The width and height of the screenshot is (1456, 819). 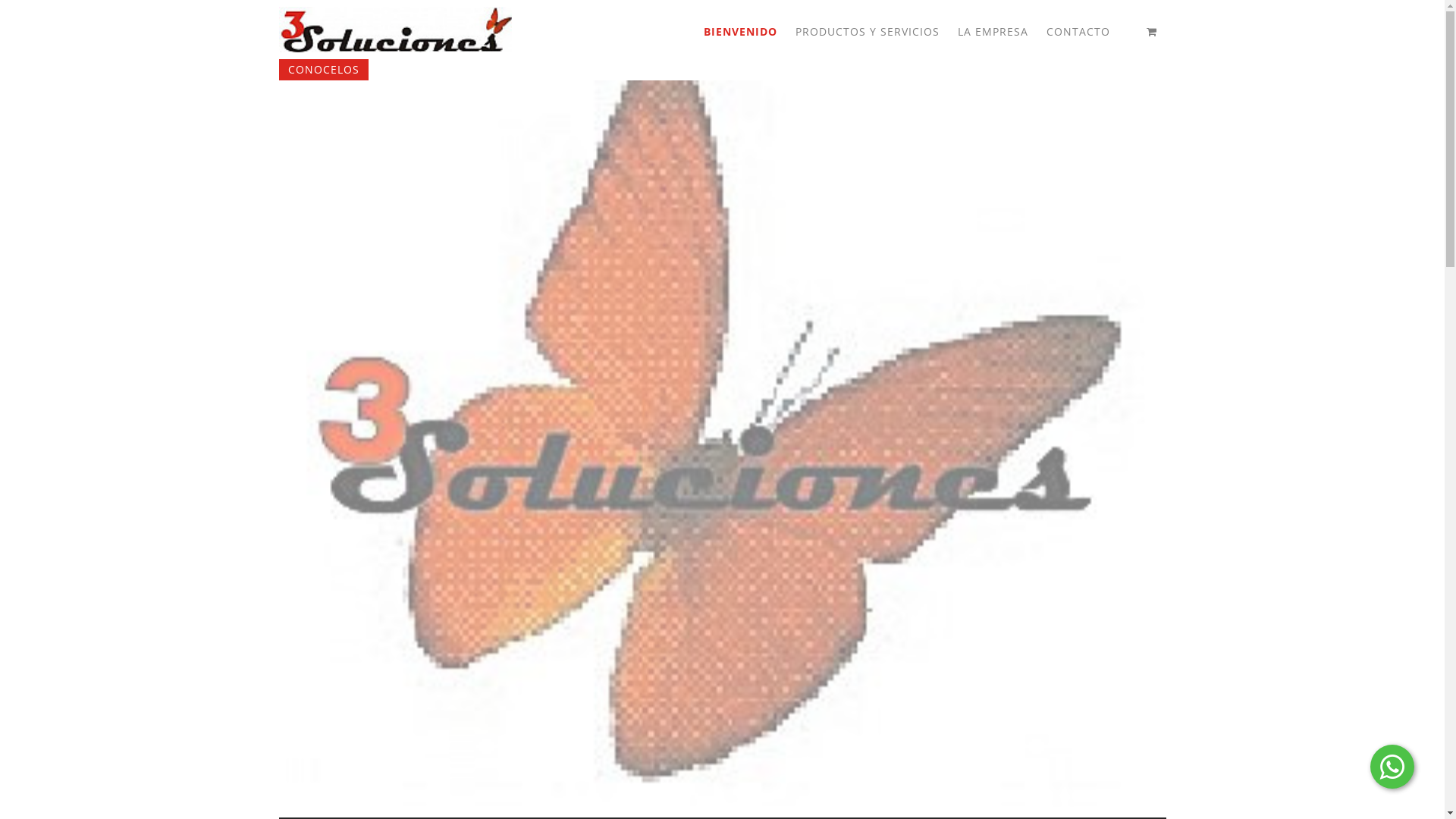 I want to click on 'LA EMPRESA', so click(x=961, y=32).